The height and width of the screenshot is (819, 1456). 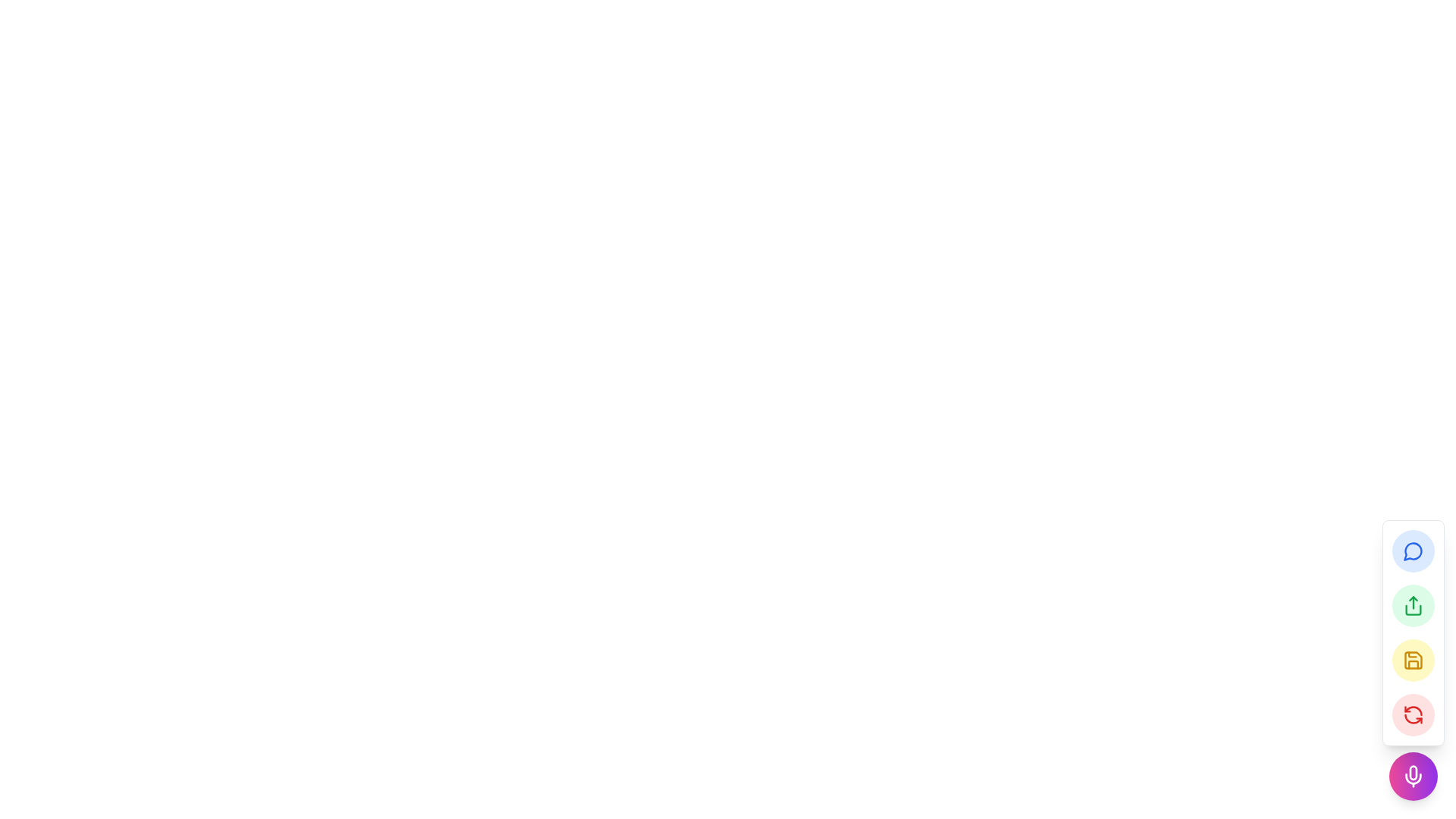 I want to click on the circular refresh button with an icon located at the bottom right corner of the interface, so click(x=1412, y=714).